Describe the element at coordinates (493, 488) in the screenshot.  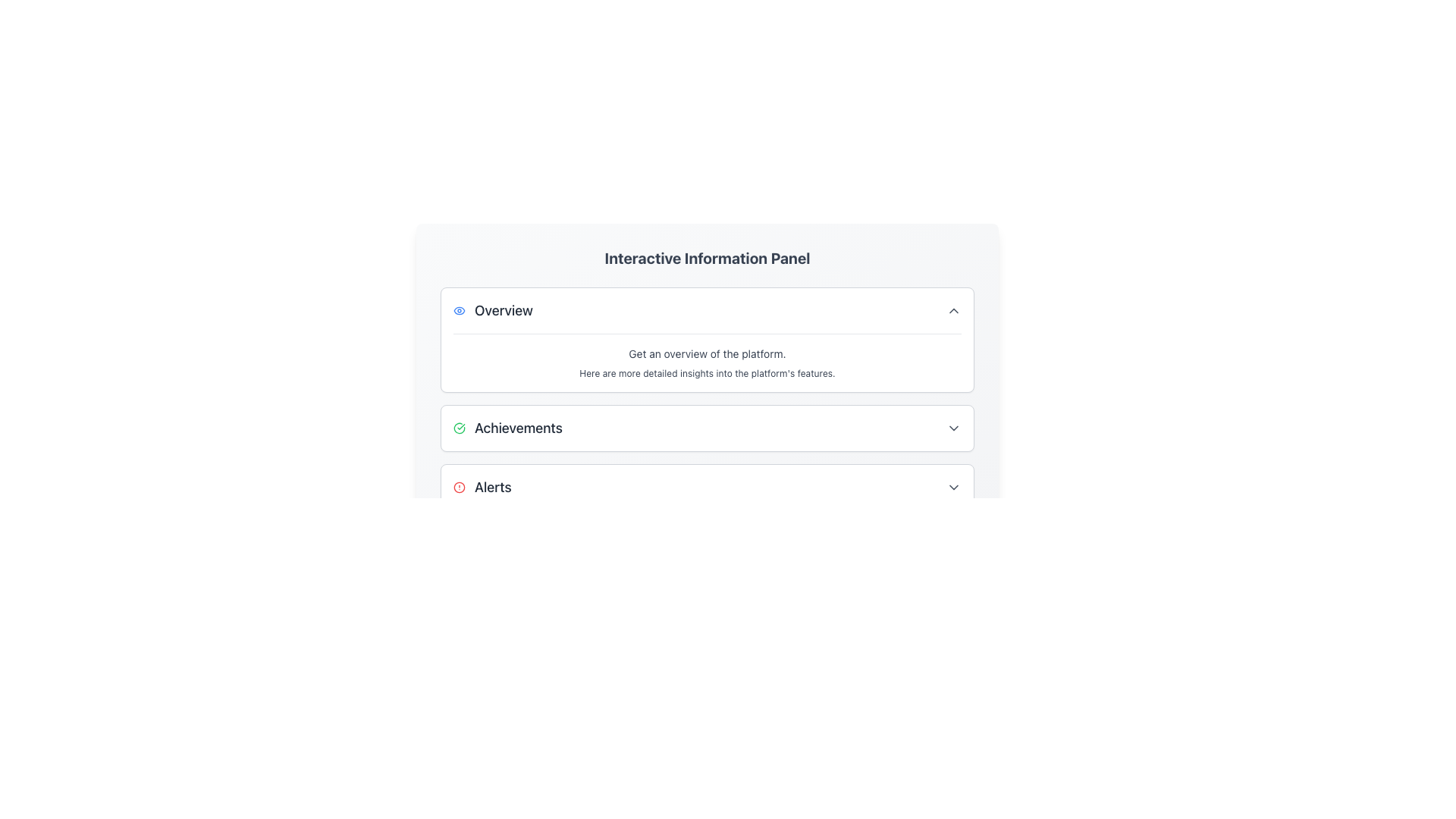
I see `text label displaying 'Alerts', which is styled in gray and positioned to the right of a circular red icon, as the third item in a vertically stacked menu` at that location.